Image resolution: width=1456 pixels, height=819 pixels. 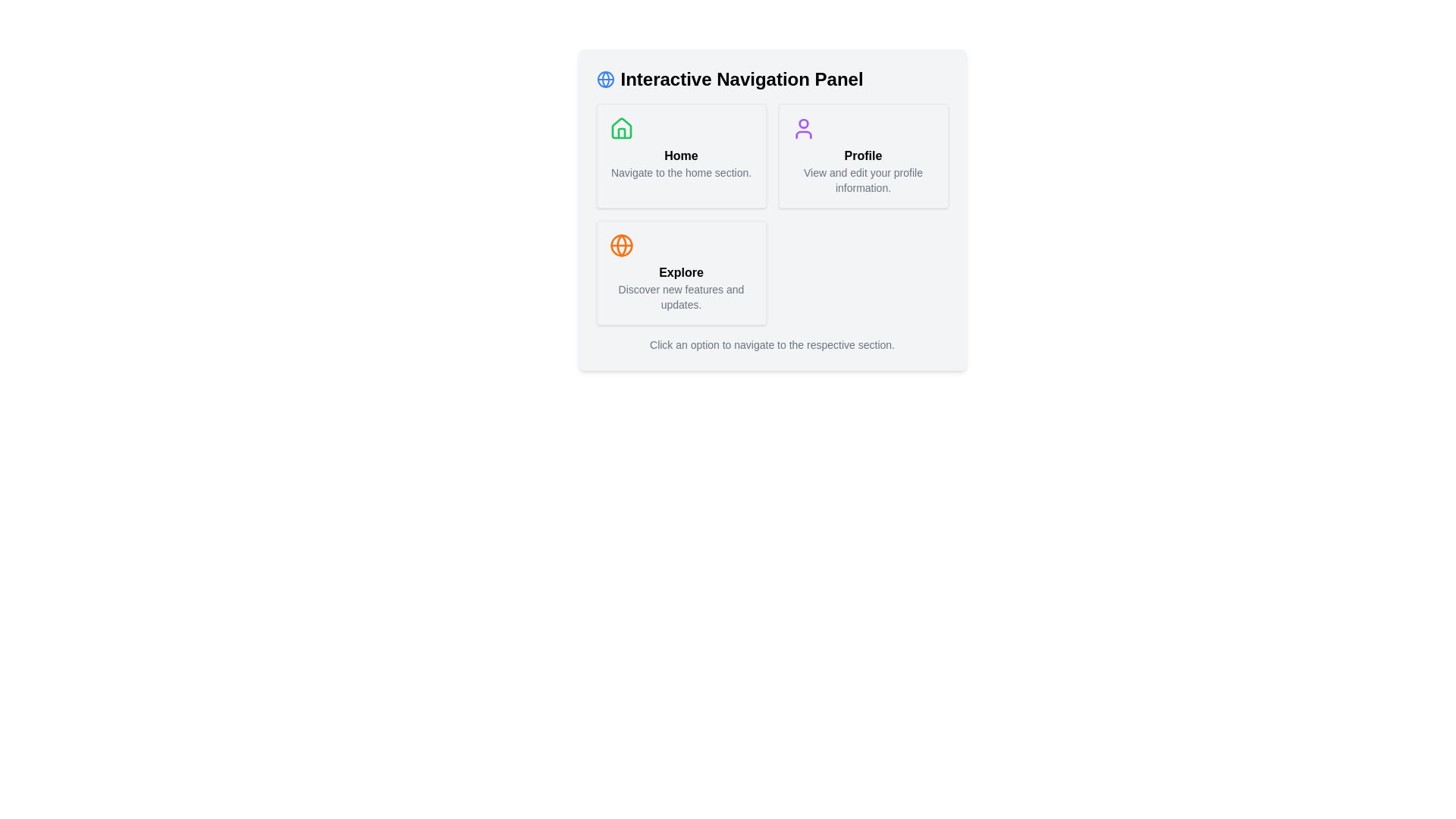 I want to click on the 'Home' text label which indicates the purpose of navigating to the home section, located in the upper-left section of the interface within a card, so click(x=680, y=155).